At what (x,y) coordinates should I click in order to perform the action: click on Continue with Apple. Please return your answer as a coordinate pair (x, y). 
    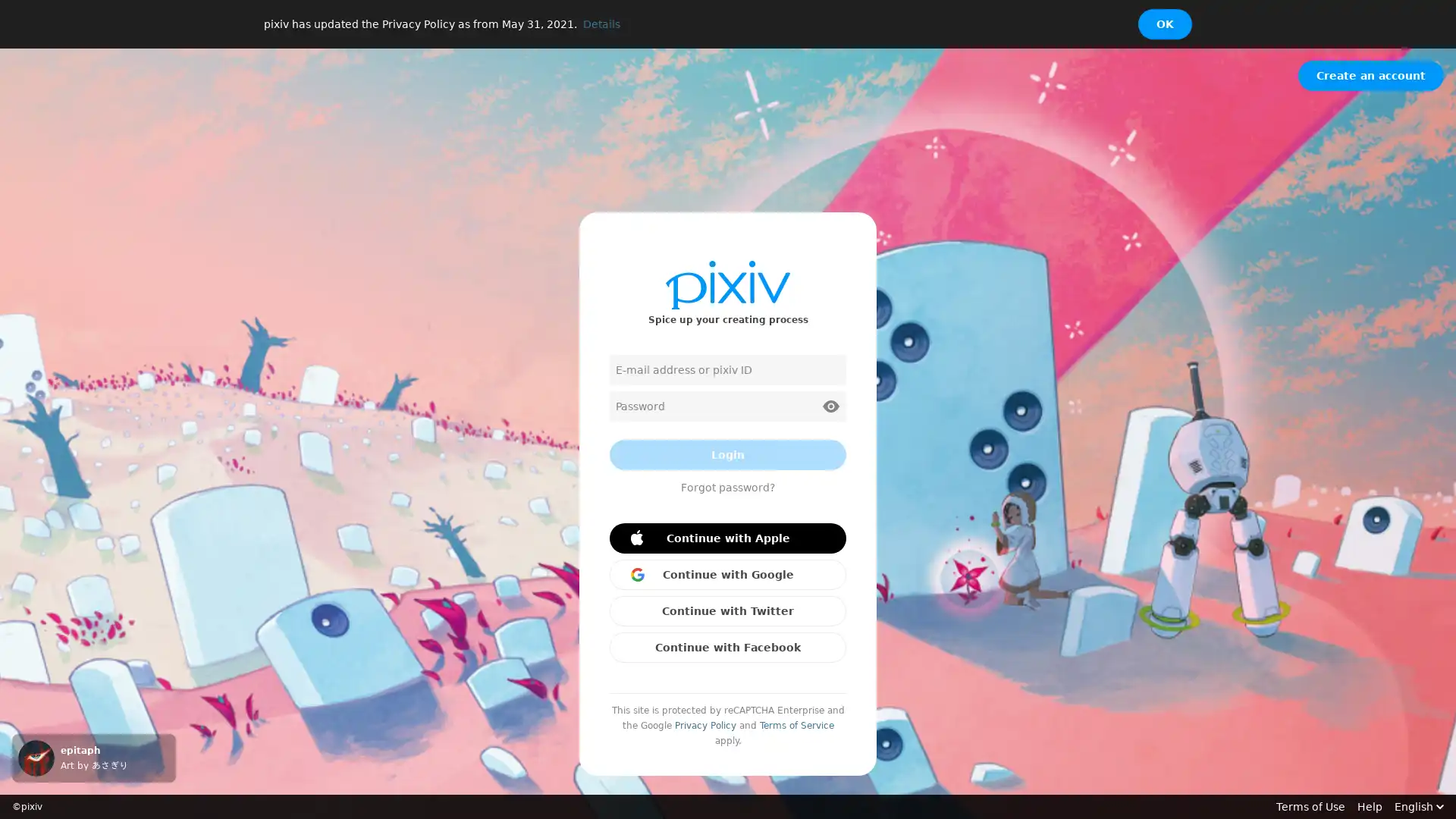
    Looking at the image, I should click on (728, 537).